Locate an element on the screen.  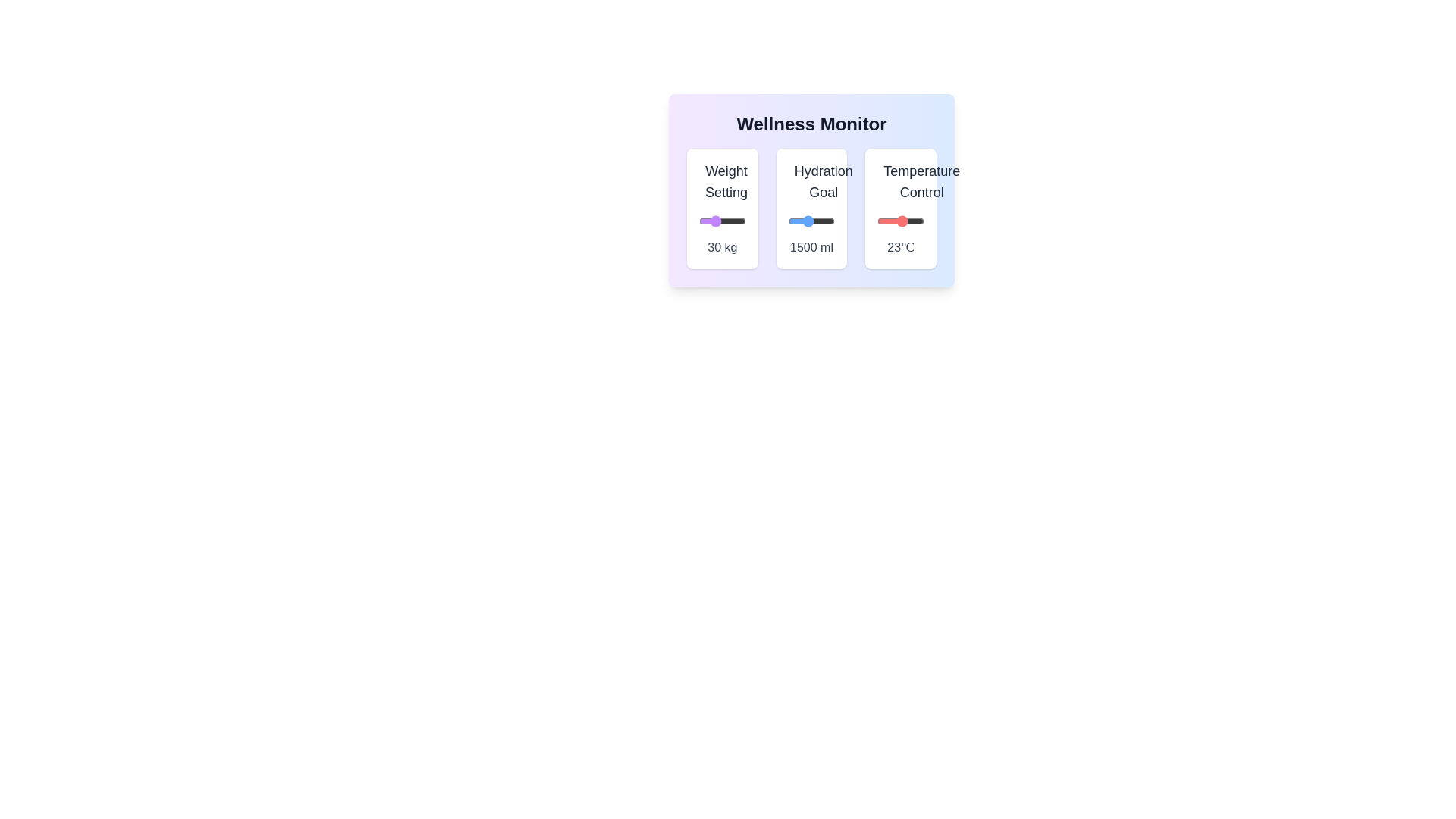
the range slider for keyboard value adjustment is located at coordinates (901, 221).